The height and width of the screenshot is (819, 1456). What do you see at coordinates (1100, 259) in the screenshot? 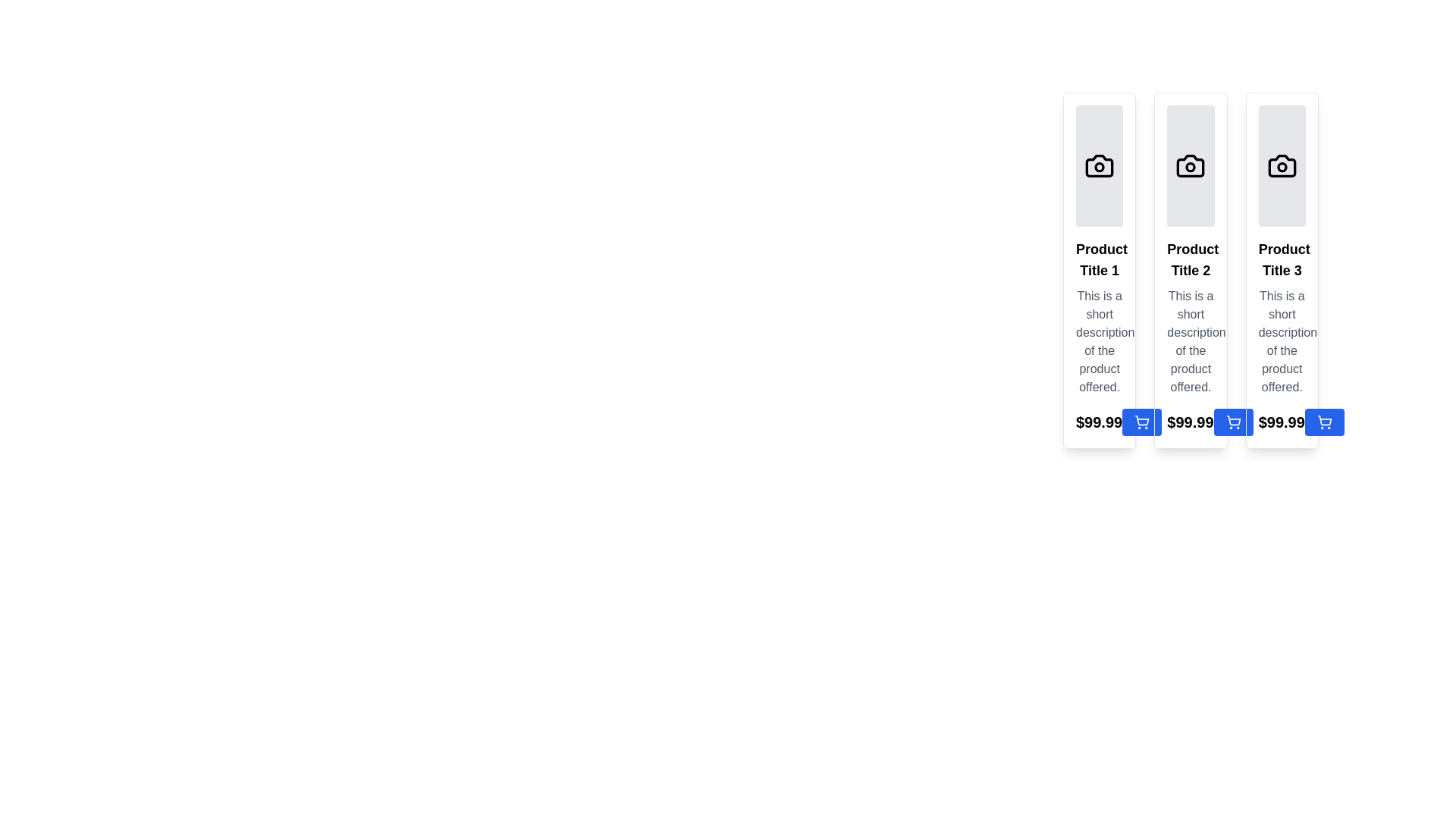
I see `the text label that displays the product title, which is located in the first column below the product image and above the text description` at bounding box center [1100, 259].